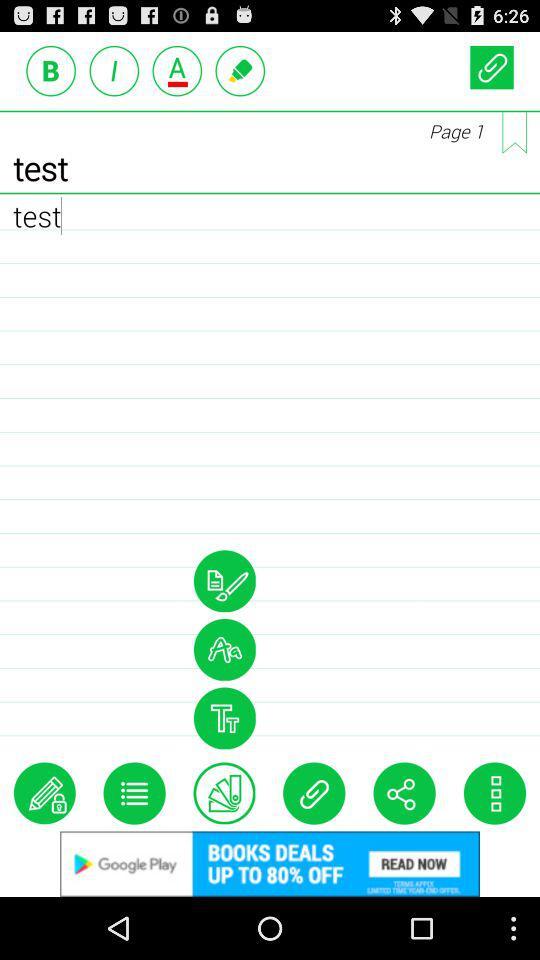  Describe the element at coordinates (134, 848) in the screenshot. I see `the list icon` at that location.